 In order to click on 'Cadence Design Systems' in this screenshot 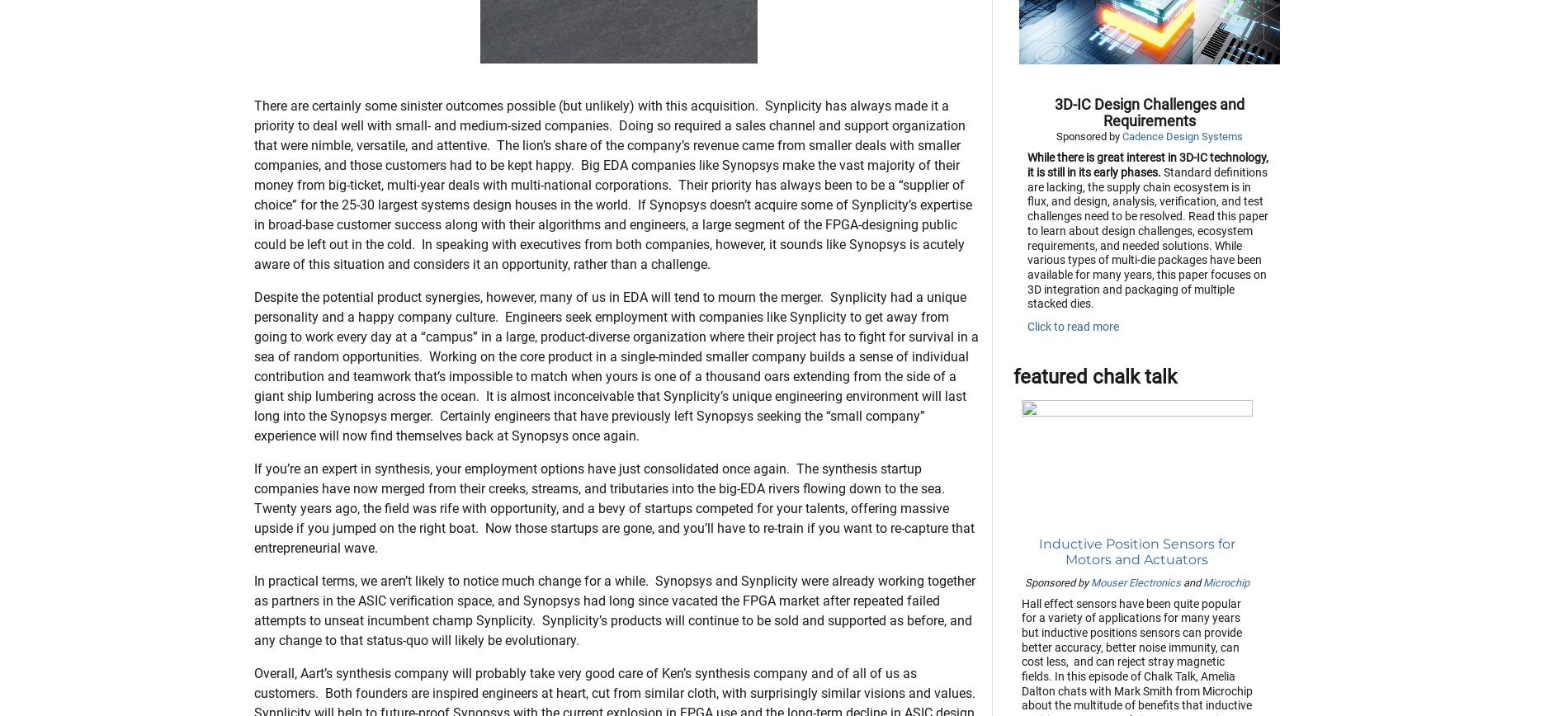, I will do `click(1121, 219)`.